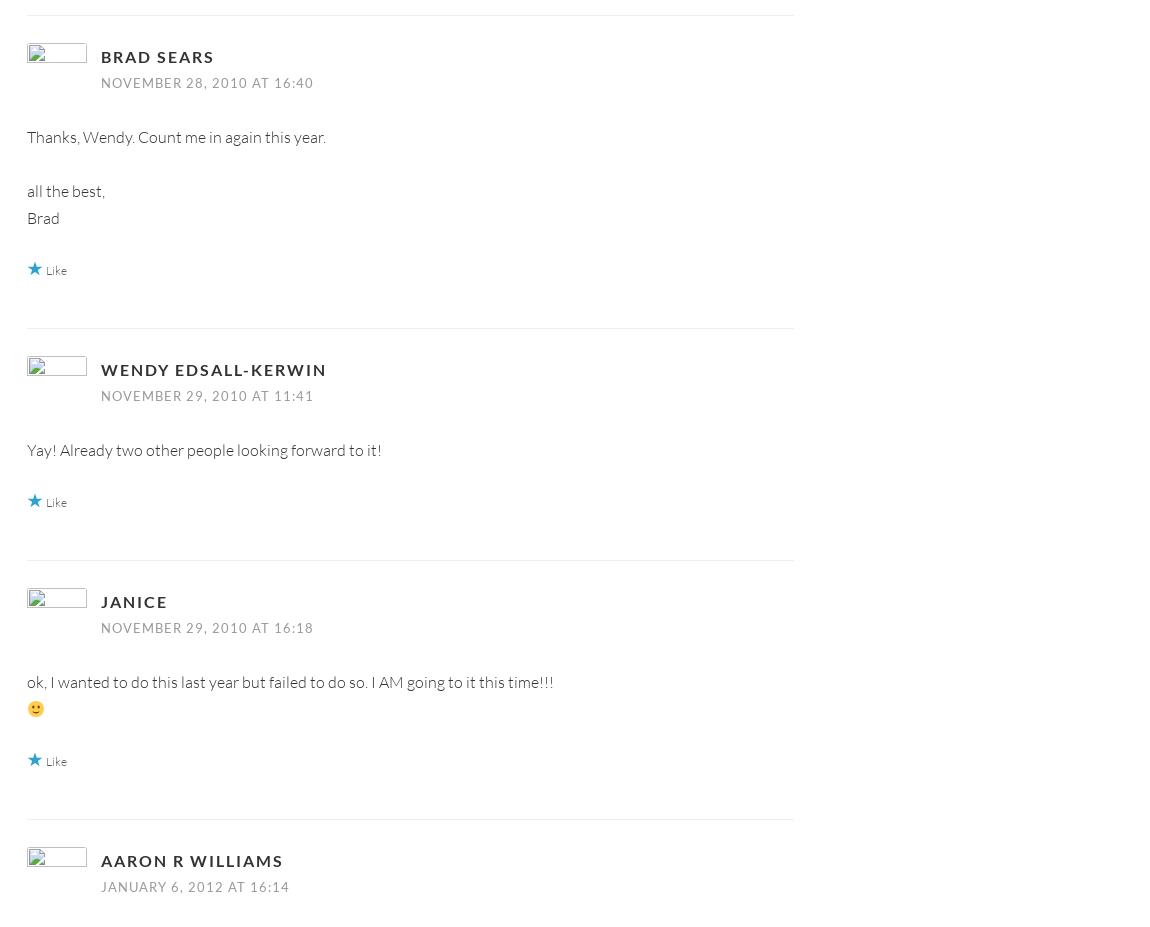  What do you see at coordinates (206, 81) in the screenshot?
I see `'November 28, 2010 at 16:40'` at bounding box center [206, 81].